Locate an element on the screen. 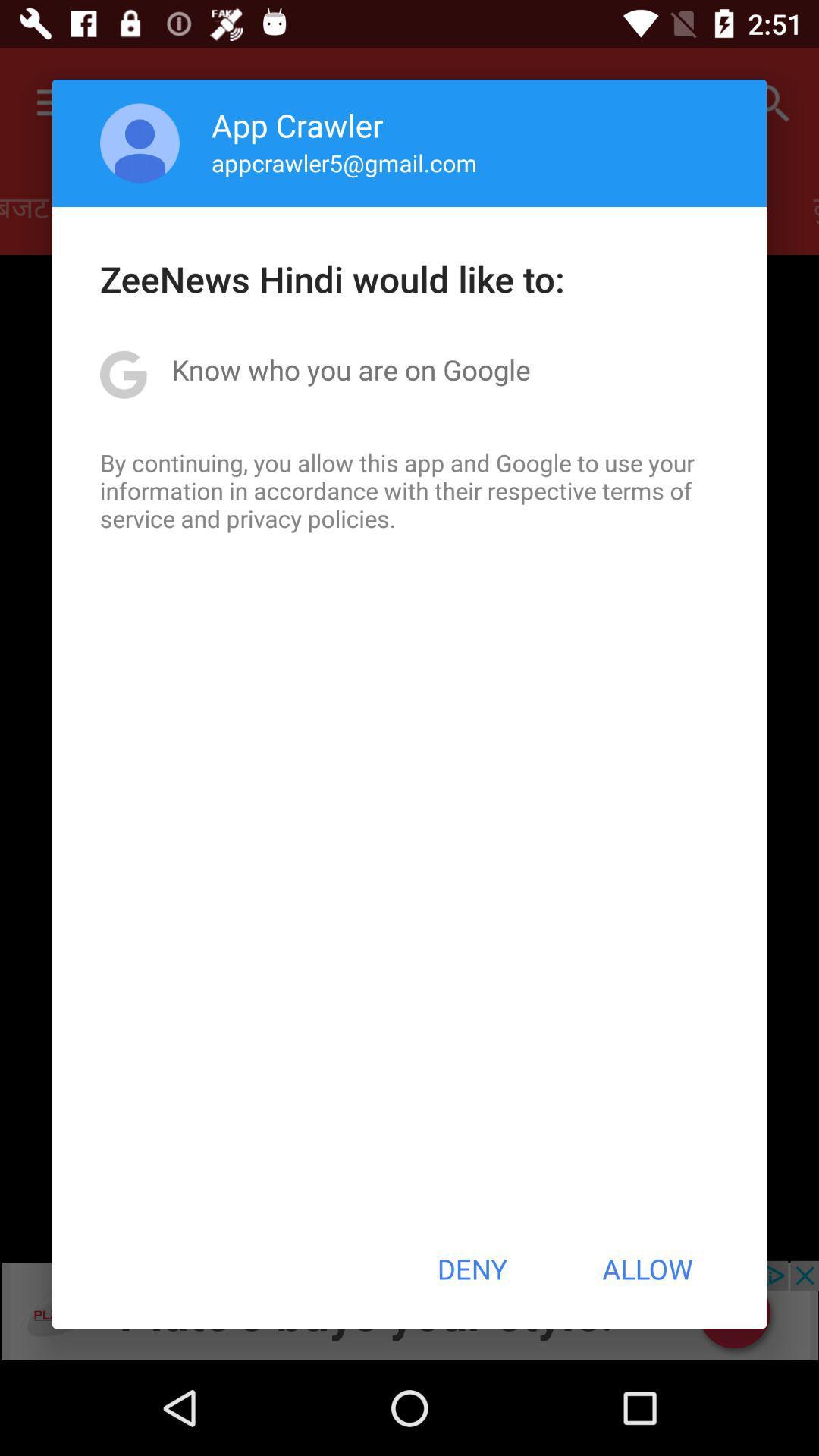 This screenshot has height=1456, width=819. app crawler is located at coordinates (297, 124).